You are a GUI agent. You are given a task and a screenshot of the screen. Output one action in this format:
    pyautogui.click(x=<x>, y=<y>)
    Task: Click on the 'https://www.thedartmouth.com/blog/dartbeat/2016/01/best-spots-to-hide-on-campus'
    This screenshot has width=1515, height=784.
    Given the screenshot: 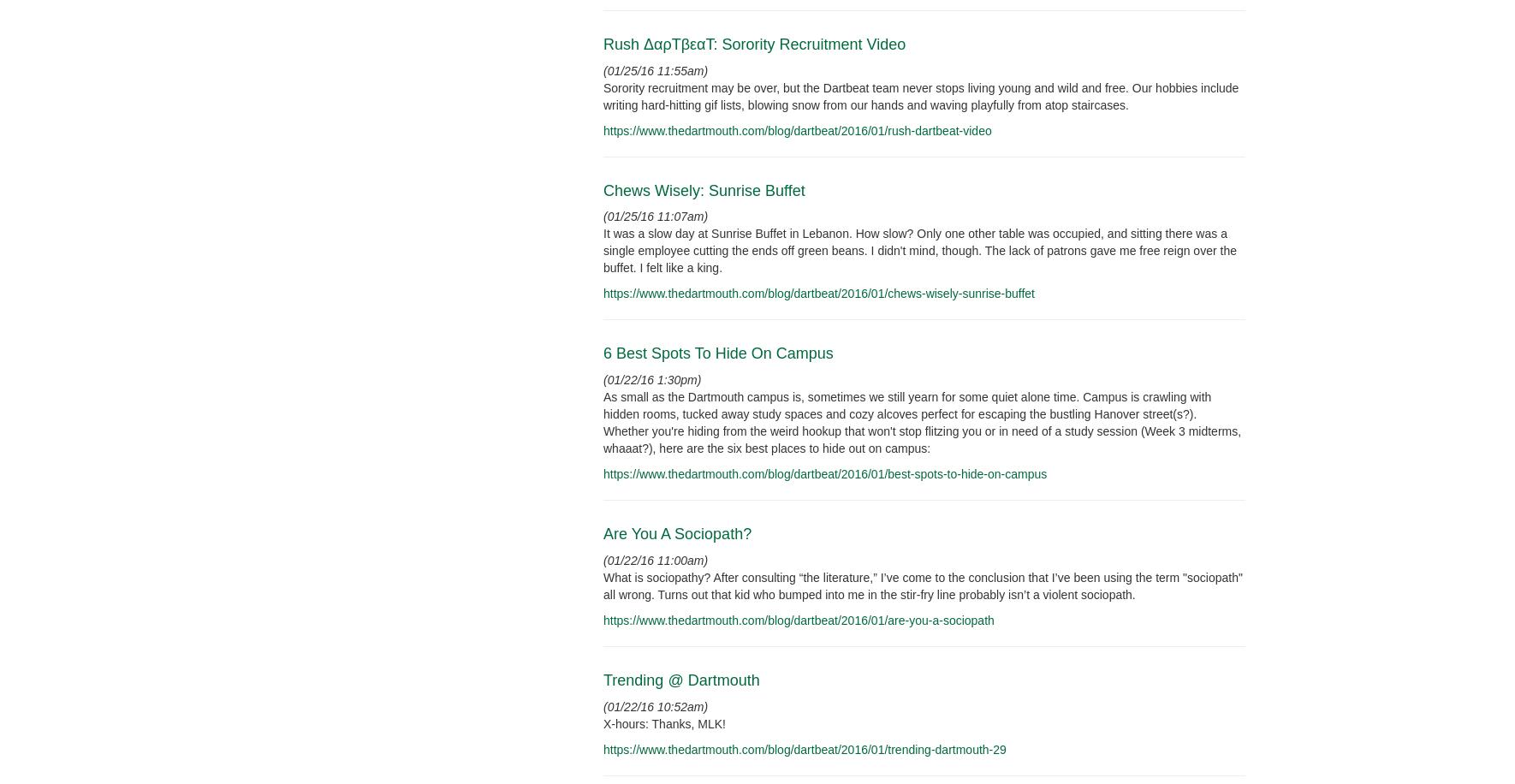 What is the action you would take?
    pyautogui.click(x=823, y=472)
    